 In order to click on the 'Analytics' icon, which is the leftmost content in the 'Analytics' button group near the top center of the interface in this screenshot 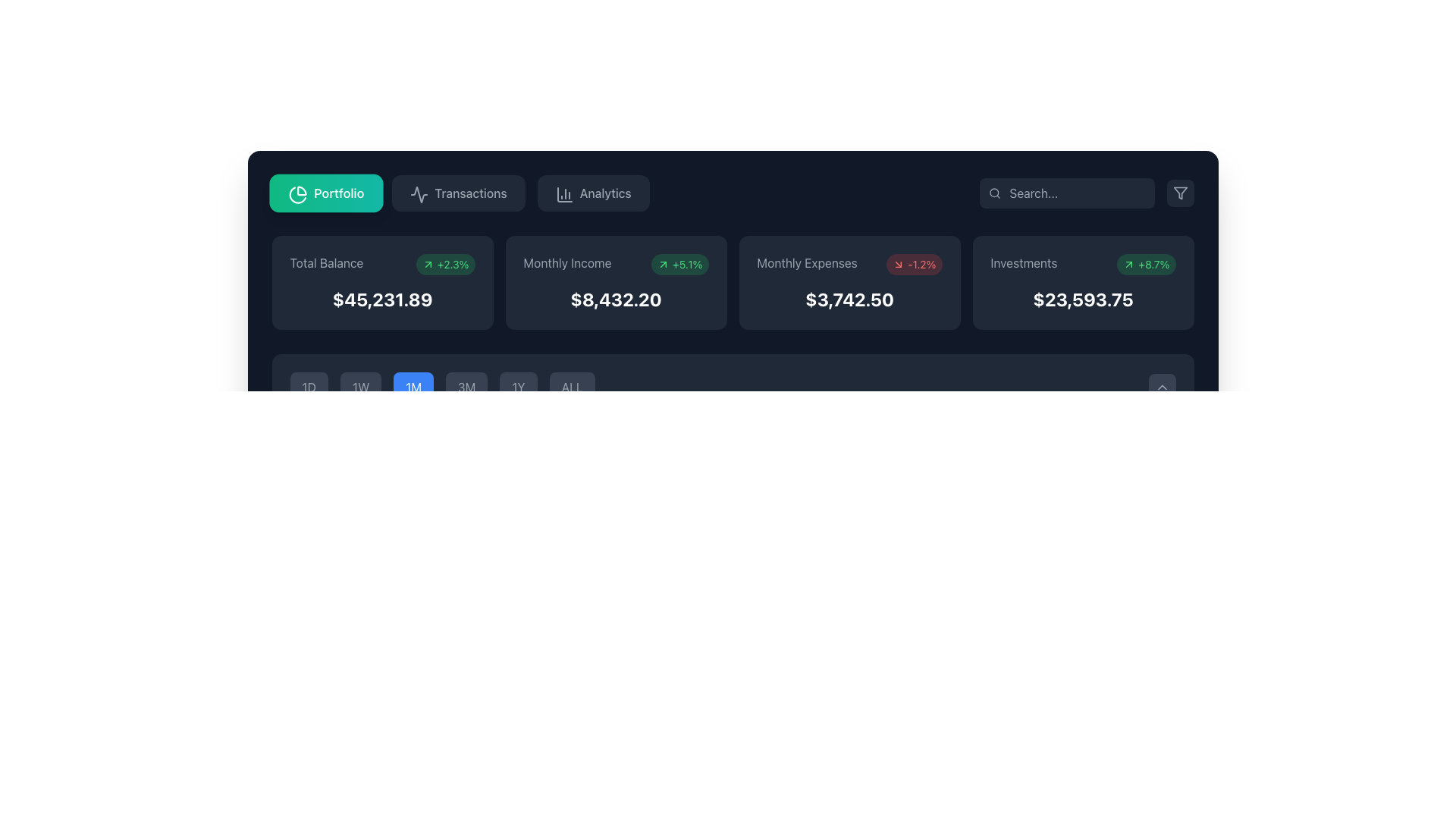, I will do `click(562, 192)`.